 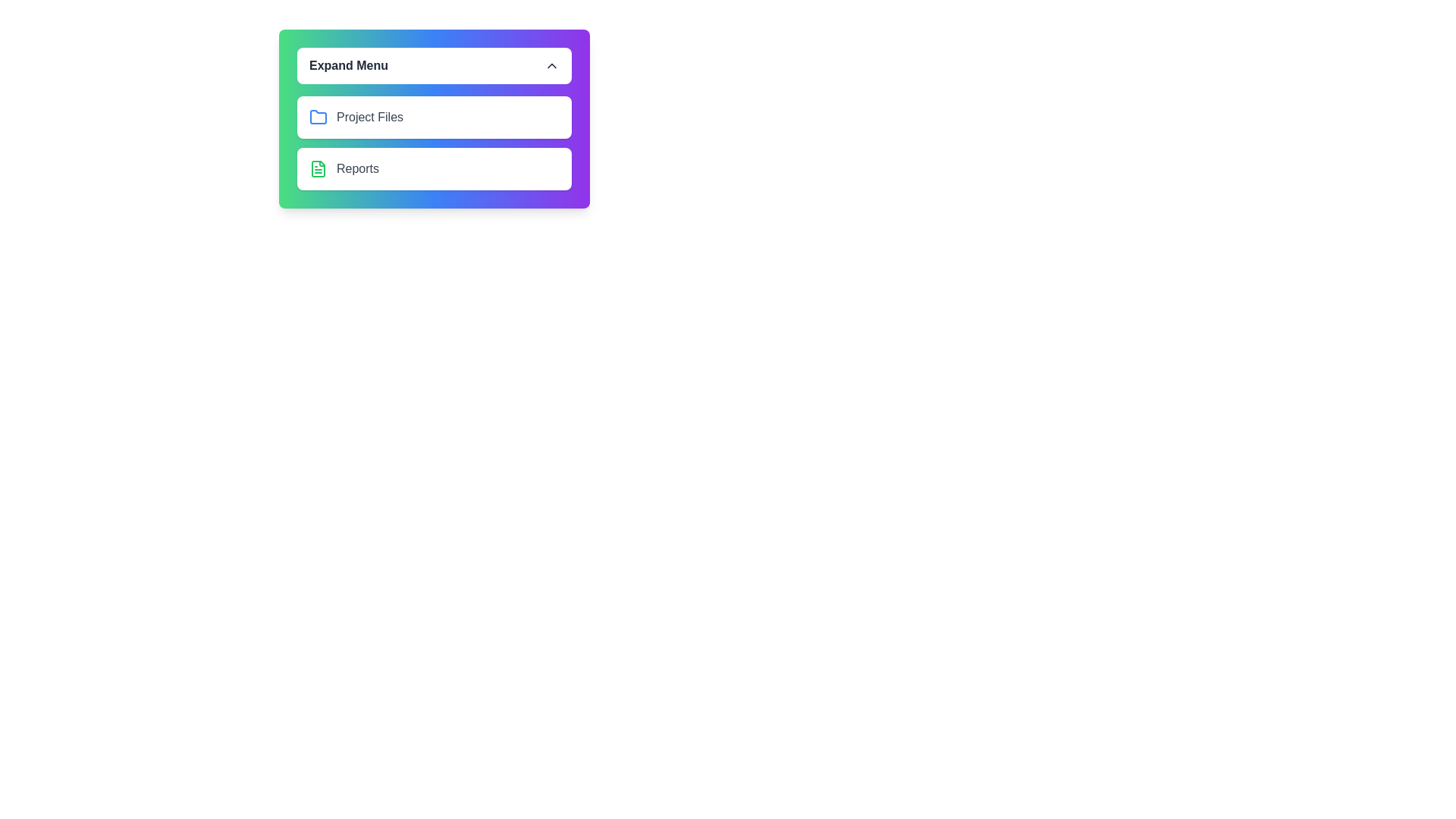 What do you see at coordinates (433, 169) in the screenshot?
I see `the clickable card for 'Reports', which is the second item in the vertical stack below 'Project Files'` at bounding box center [433, 169].